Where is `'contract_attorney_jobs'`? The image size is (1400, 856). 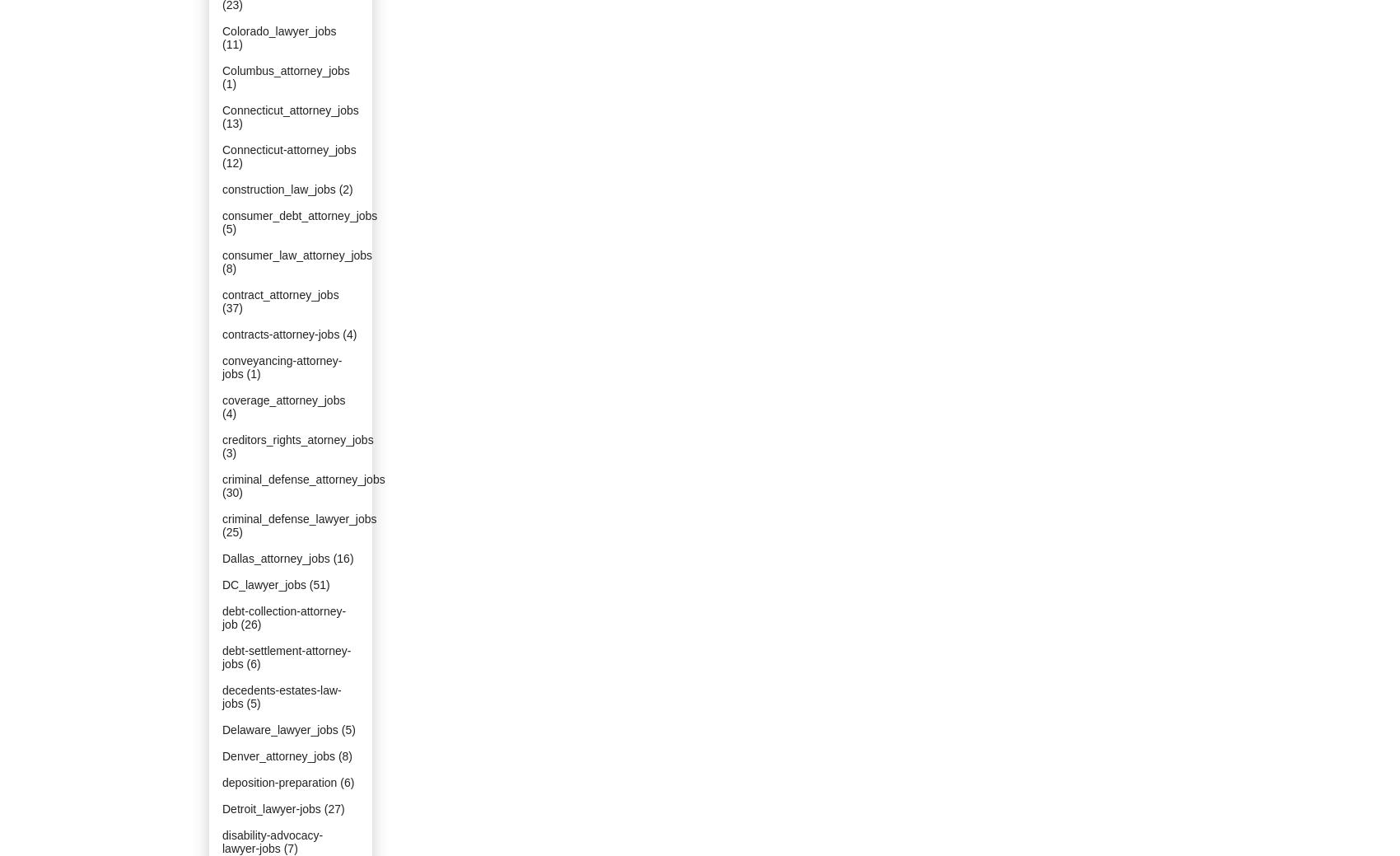 'contract_attorney_jobs' is located at coordinates (279, 294).